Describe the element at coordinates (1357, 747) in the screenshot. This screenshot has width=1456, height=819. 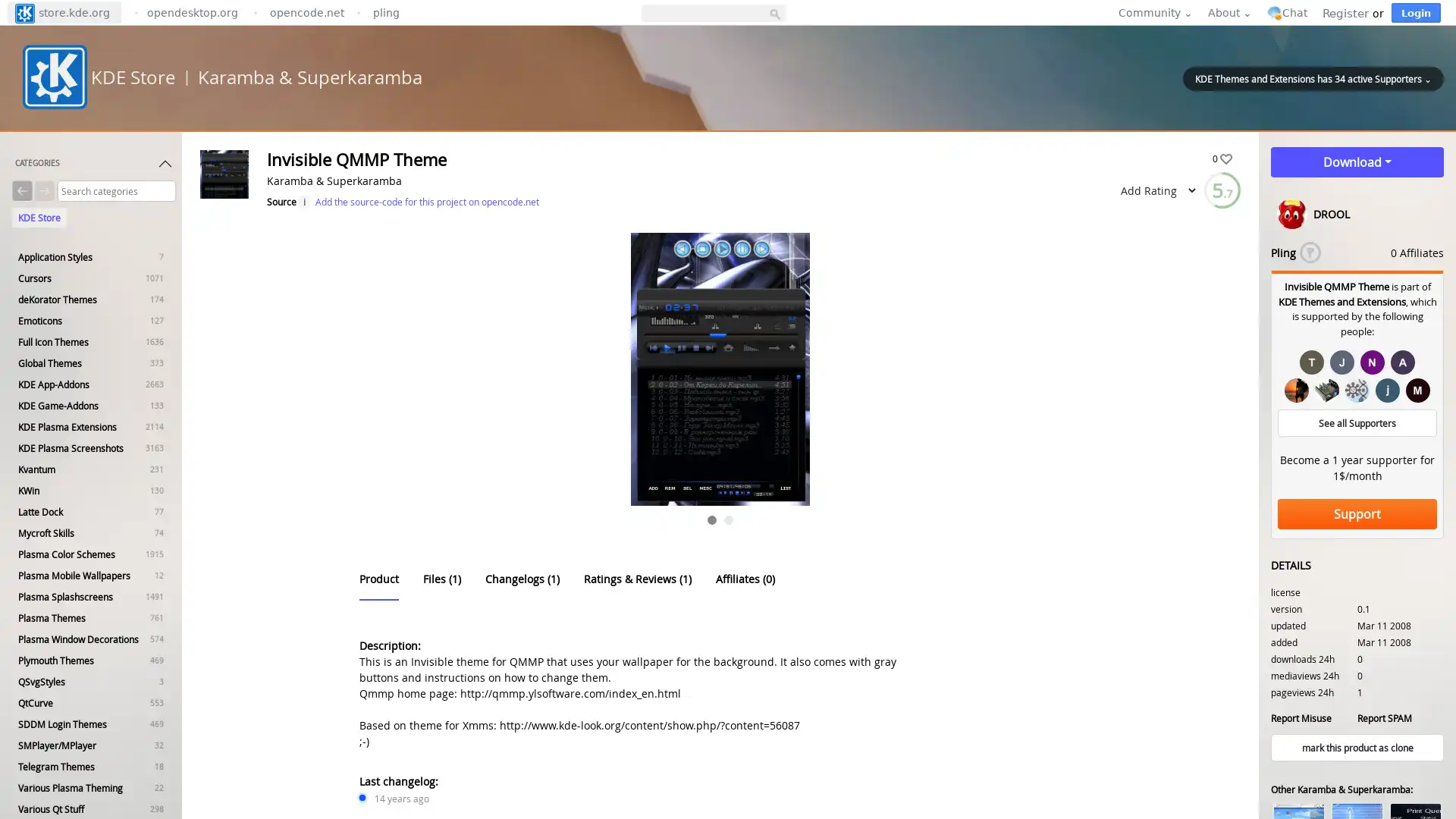
I see `mark this product as clone` at that location.